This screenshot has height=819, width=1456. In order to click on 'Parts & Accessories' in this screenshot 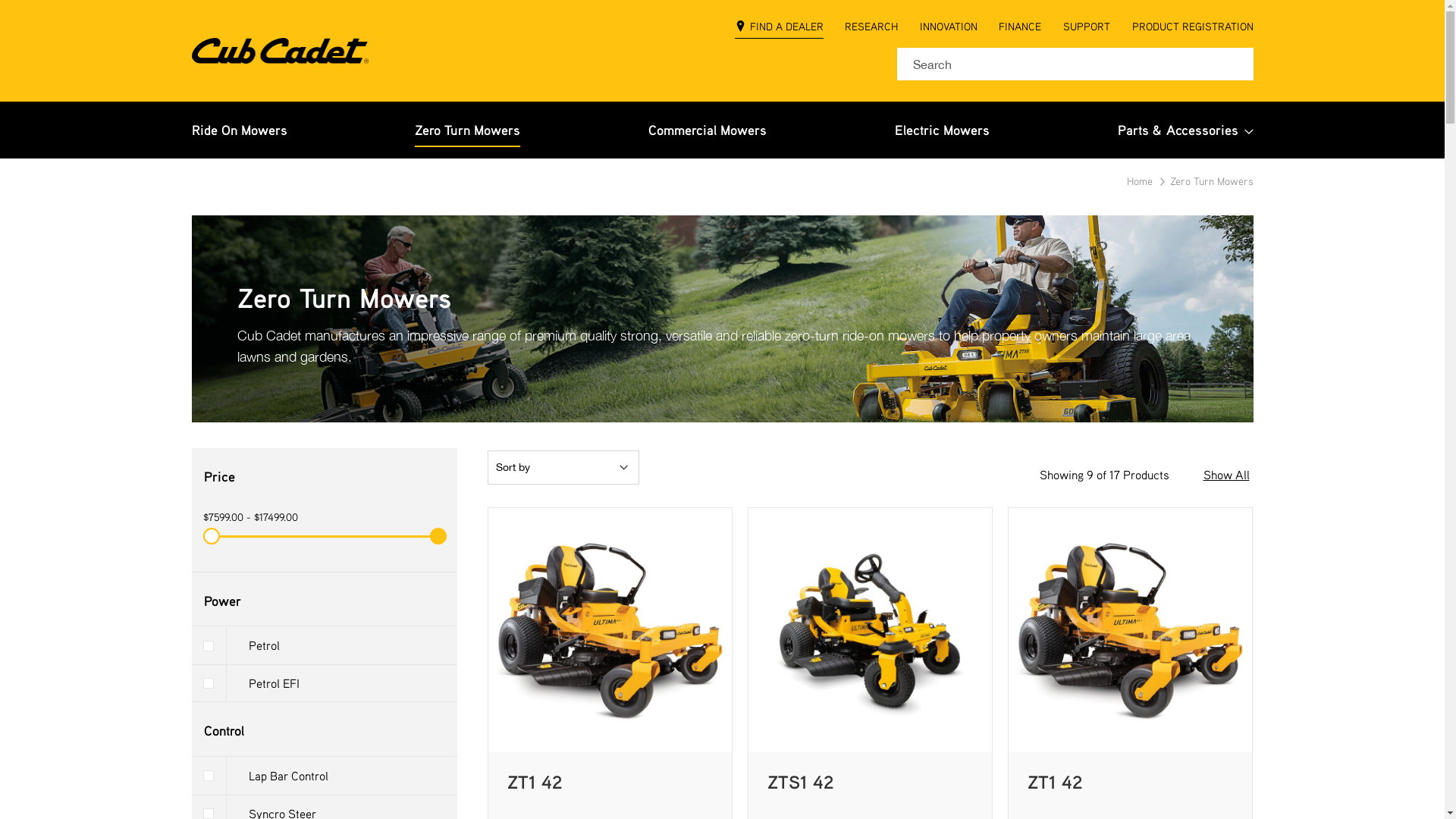, I will do `click(1117, 129)`.